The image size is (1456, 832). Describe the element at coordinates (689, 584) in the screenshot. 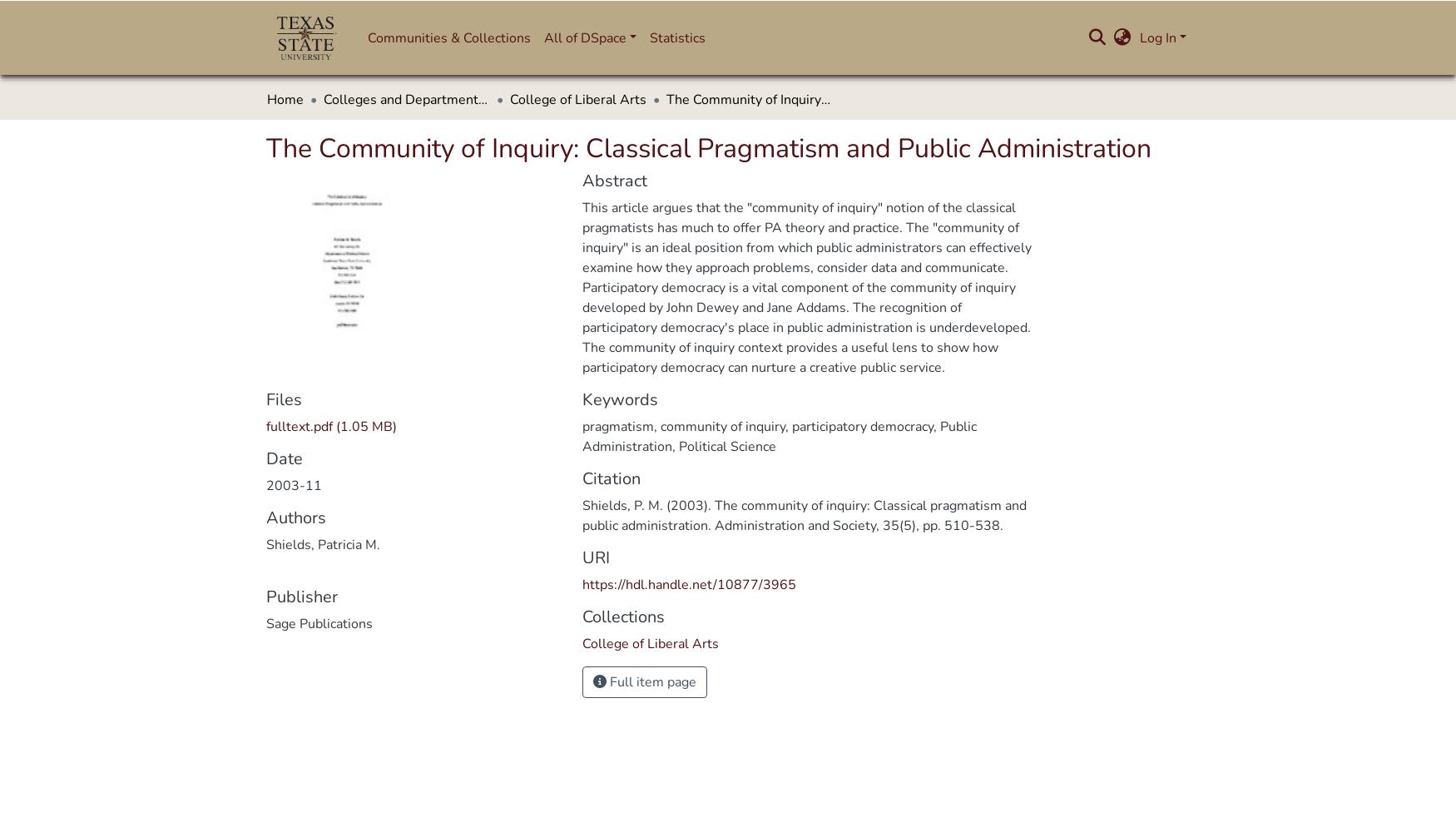

I see `'https://hdl.handle.net/10877/3965'` at that location.